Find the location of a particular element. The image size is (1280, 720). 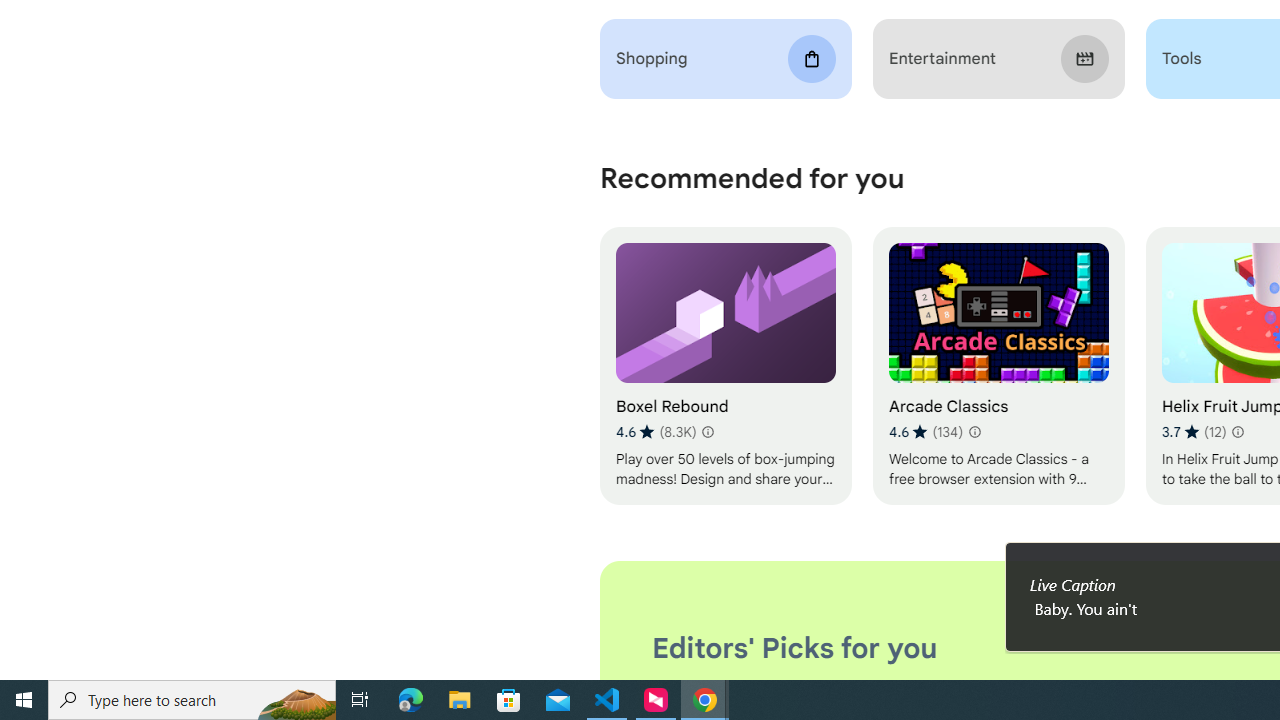

'Average rating 4.6 out of 5 stars. 134 ratings.' is located at coordinates (924, 431).